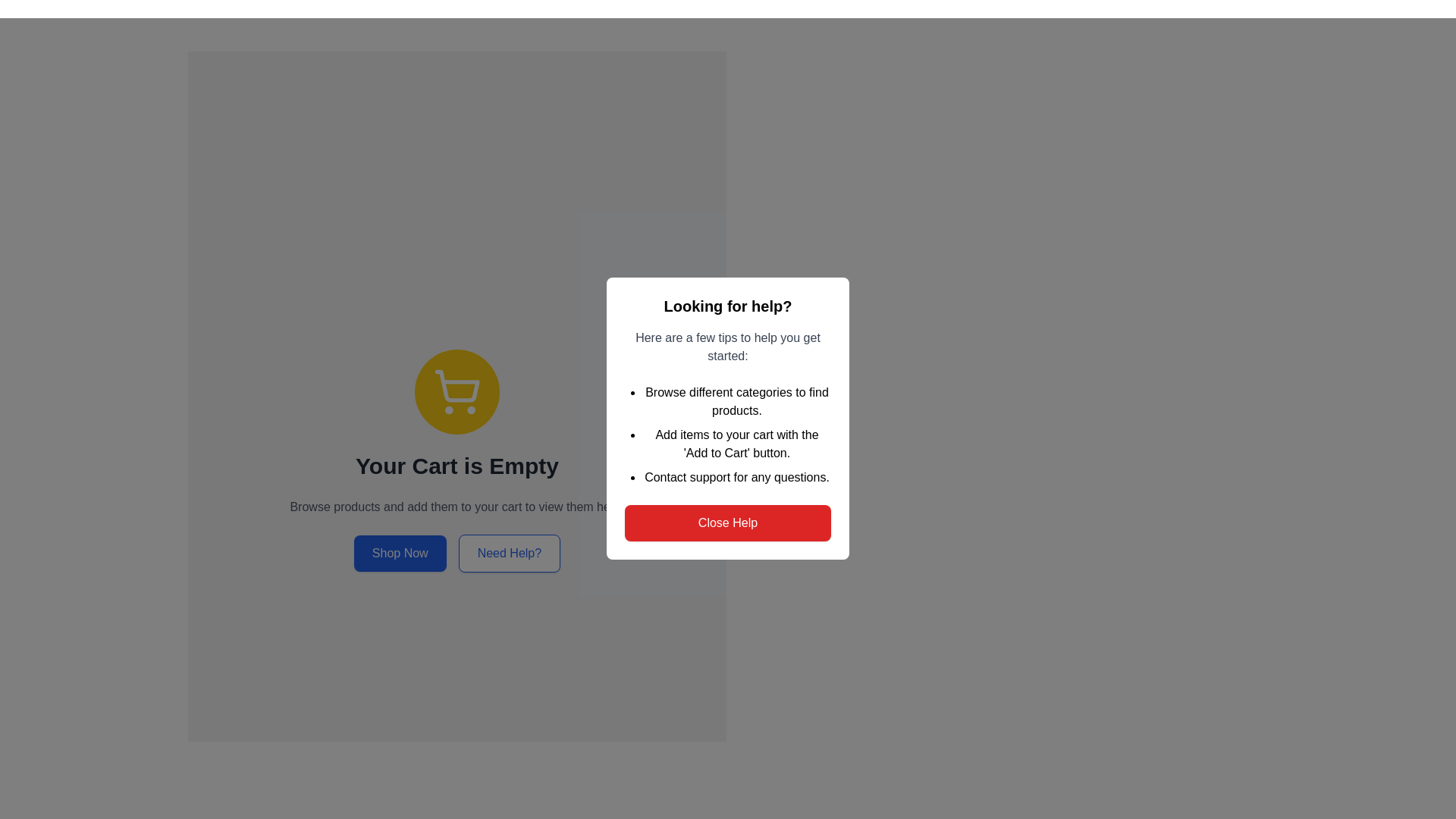  What do you see at coordinates (510, 553) in the screenshot?
I see `the 'Need Help?' button, which is styled with blue text on a white background and is the second button in the group near the bottom of the 'Your Cart is Empty' message interface` at bounding box center [510, 553].